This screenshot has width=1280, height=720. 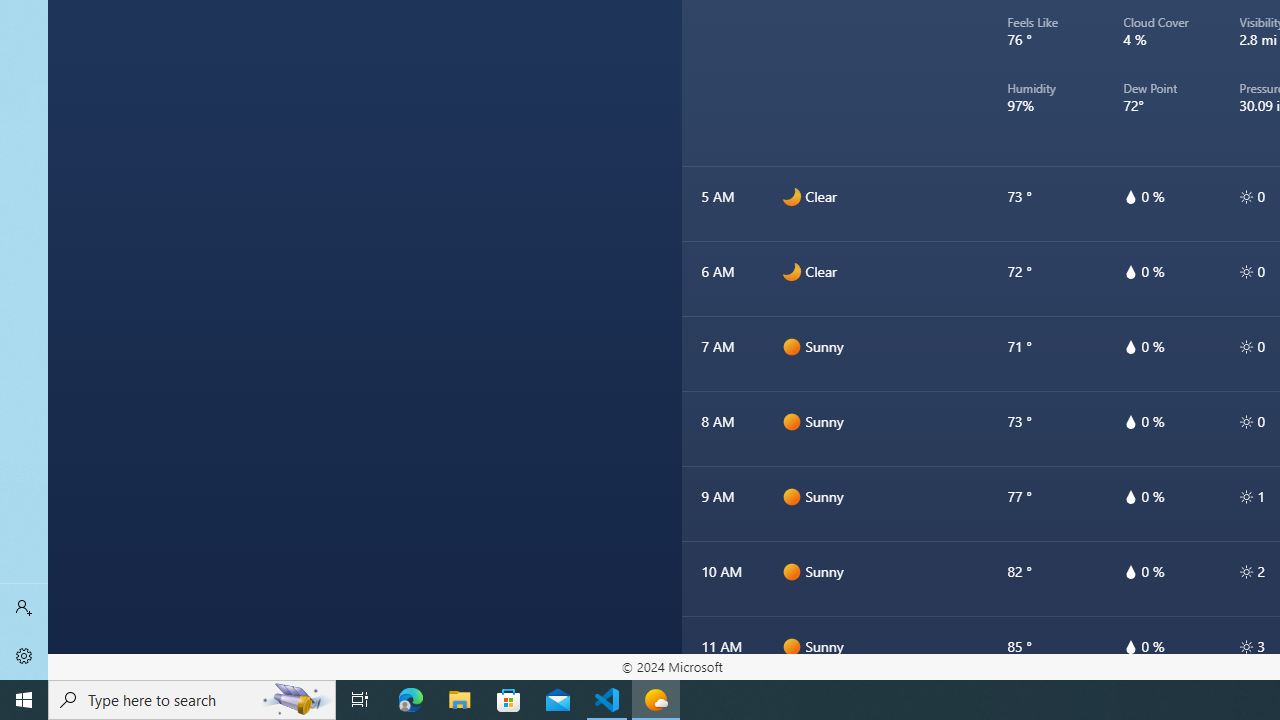 I want to click on 'Type here to search', so click(x=192, y=698).